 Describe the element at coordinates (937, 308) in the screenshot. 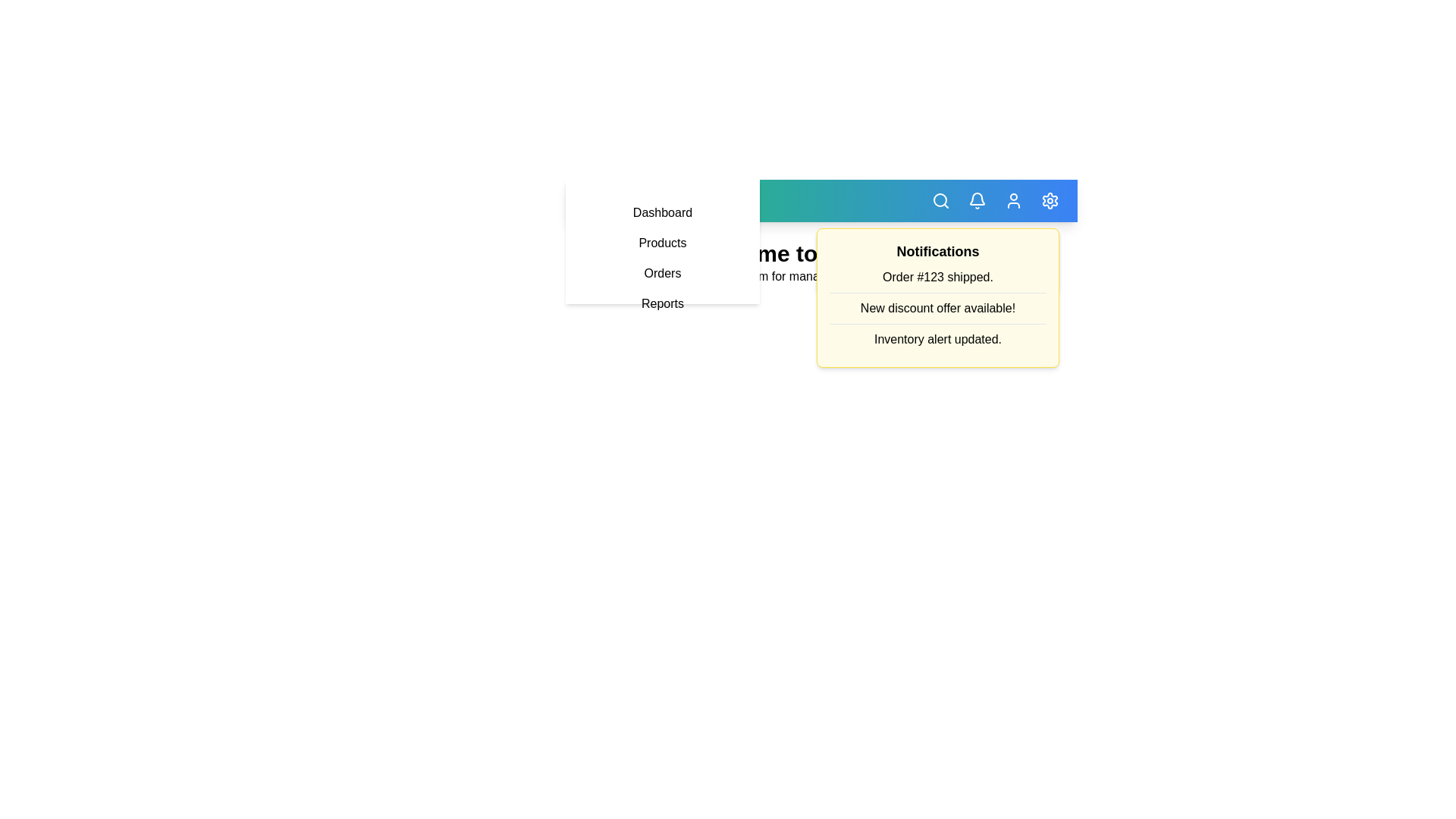

I see `the notification message text label that displays a new discount offer, which is the second item in the notifications section of the list` at that location.